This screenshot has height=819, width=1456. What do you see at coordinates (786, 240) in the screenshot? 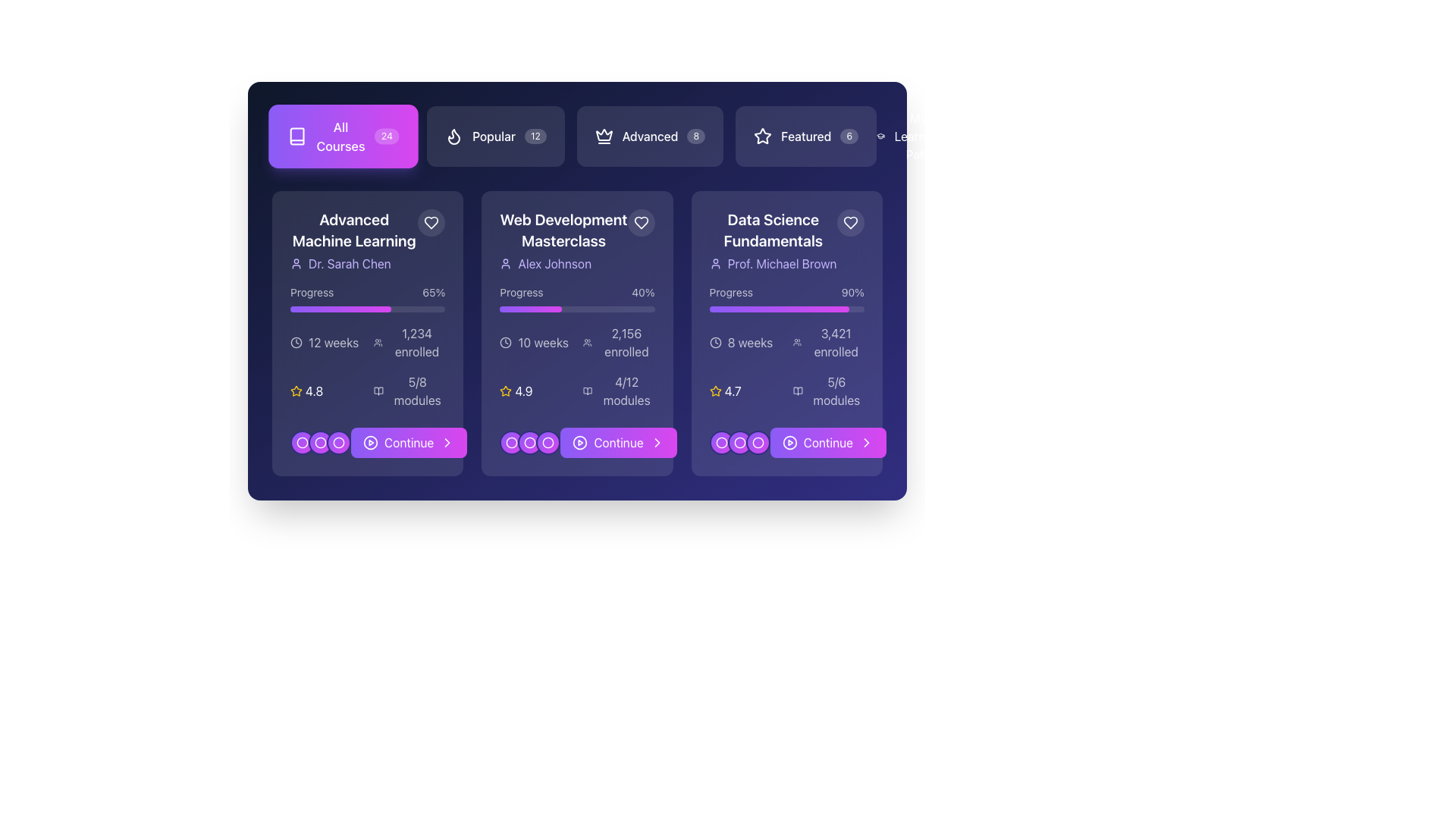
I see `the textual label displaying the course title and instructor name located in the top-left quadrant of the third card section in the grid layout` at bounding box center [786, 240].